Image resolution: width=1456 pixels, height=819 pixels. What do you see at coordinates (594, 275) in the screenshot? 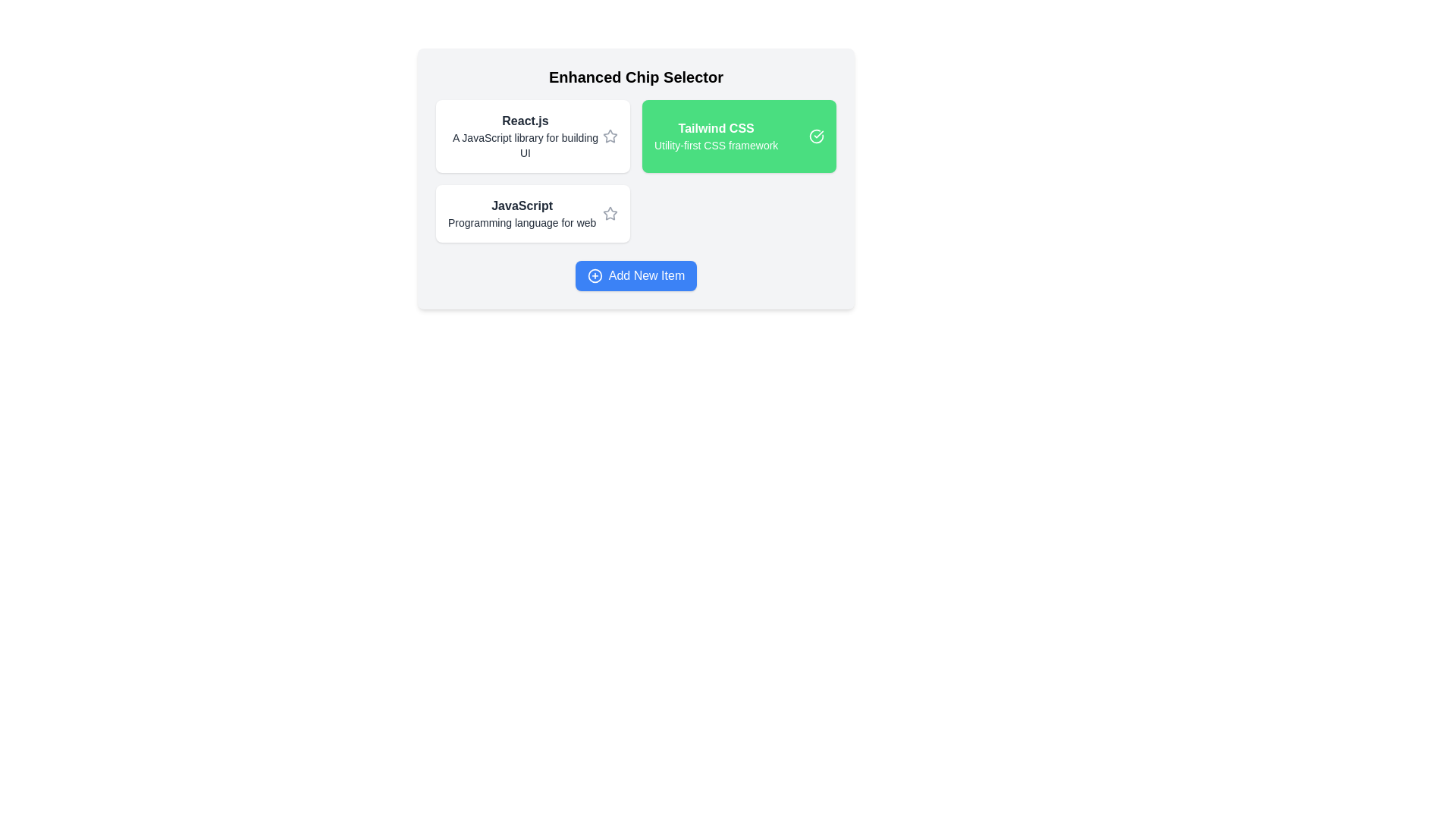
I see `the decorative SVG icon located to the left of the 'Add New Item' text within the button, which visually indicates the action to add an item` at bounding box center [594, 275].